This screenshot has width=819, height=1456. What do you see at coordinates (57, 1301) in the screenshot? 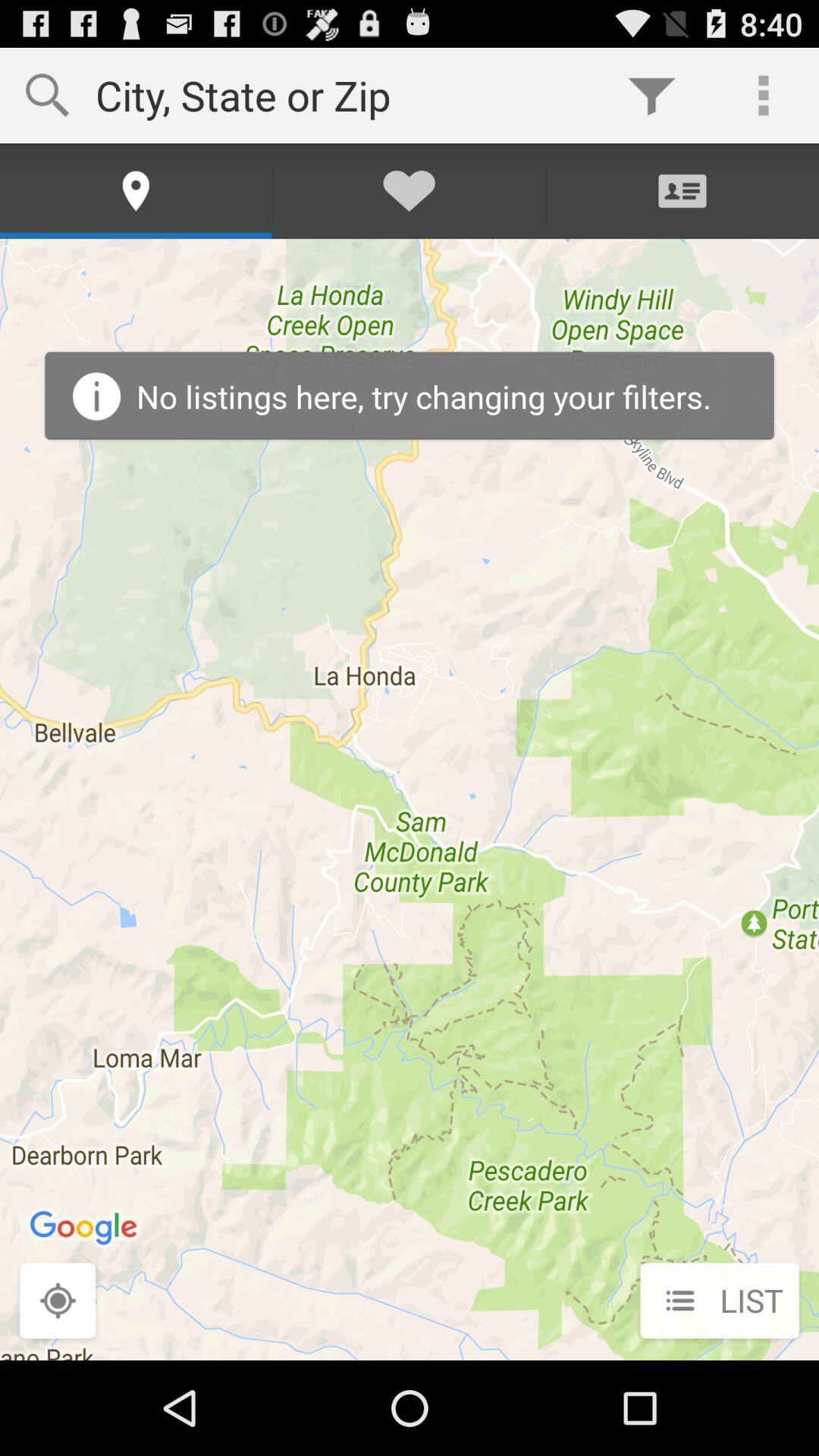
I see `the icon next to the list item` at bounding box center [57, 1301].